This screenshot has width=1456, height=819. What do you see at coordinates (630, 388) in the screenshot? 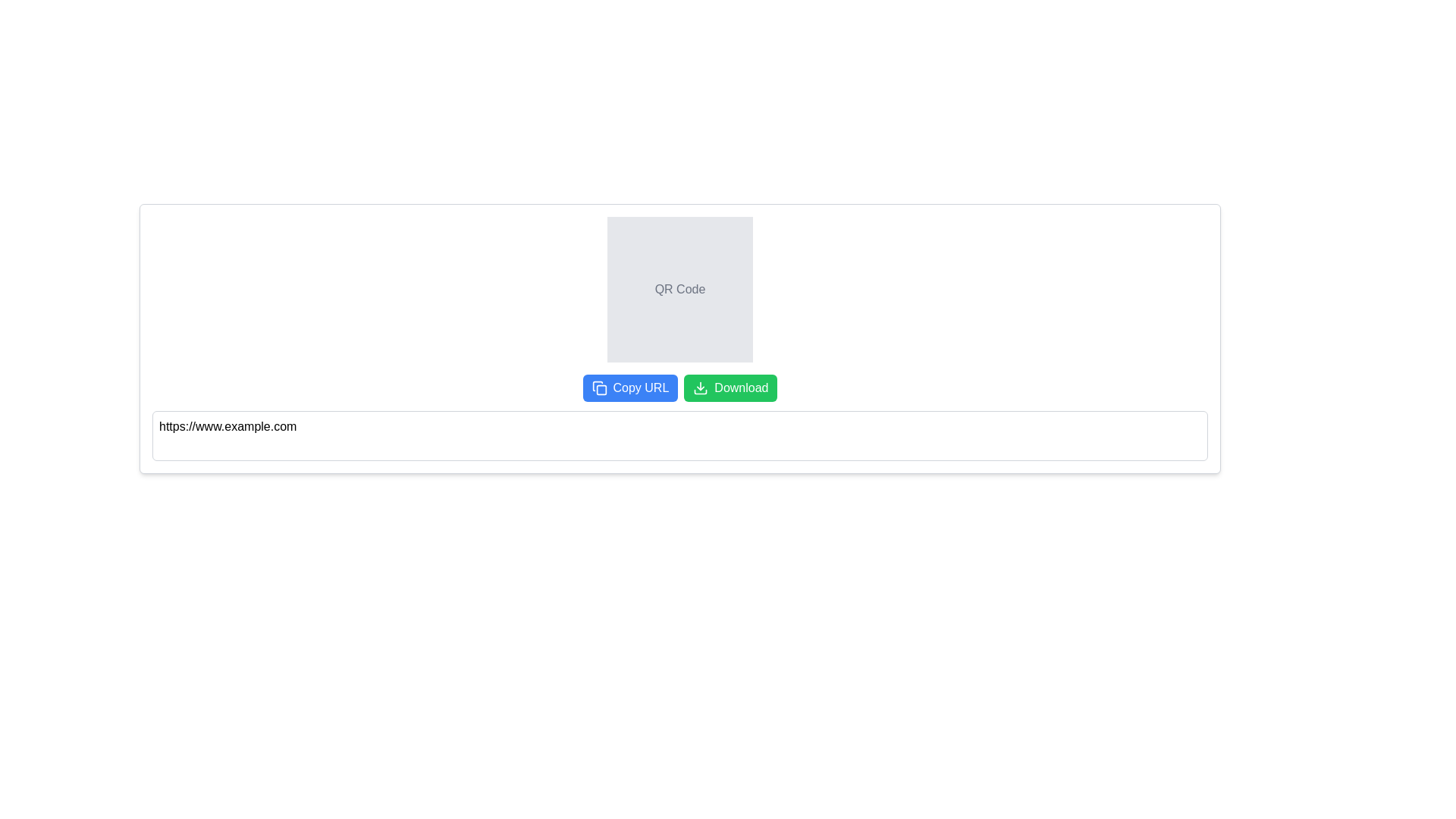
I see `the leftmost button in the button group, which serves to copy the URL displayed in the text field below it, to observe any tooltip or highlight effect` at bounding box center [630, 388].